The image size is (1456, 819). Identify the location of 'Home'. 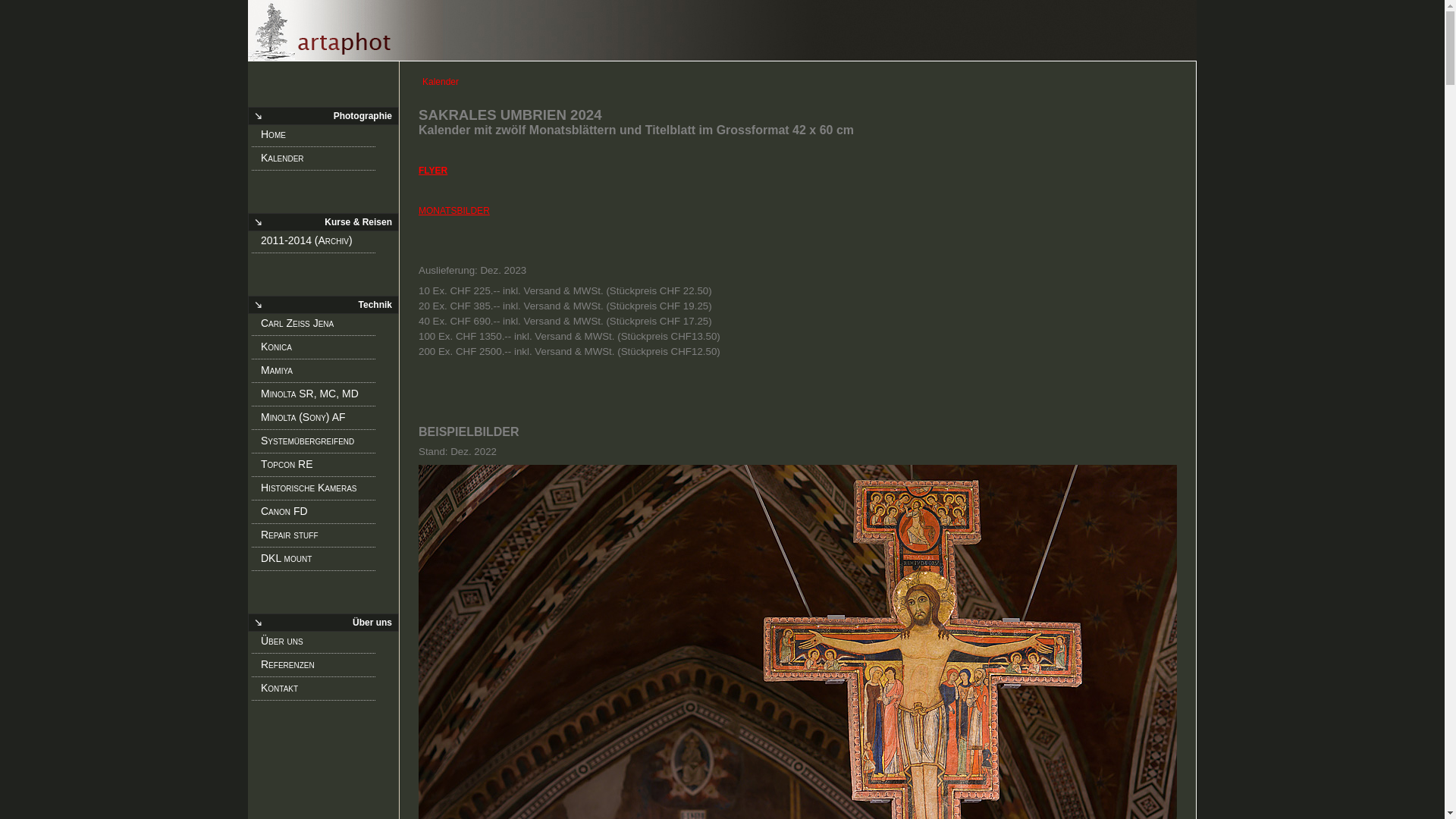
(261, 137).